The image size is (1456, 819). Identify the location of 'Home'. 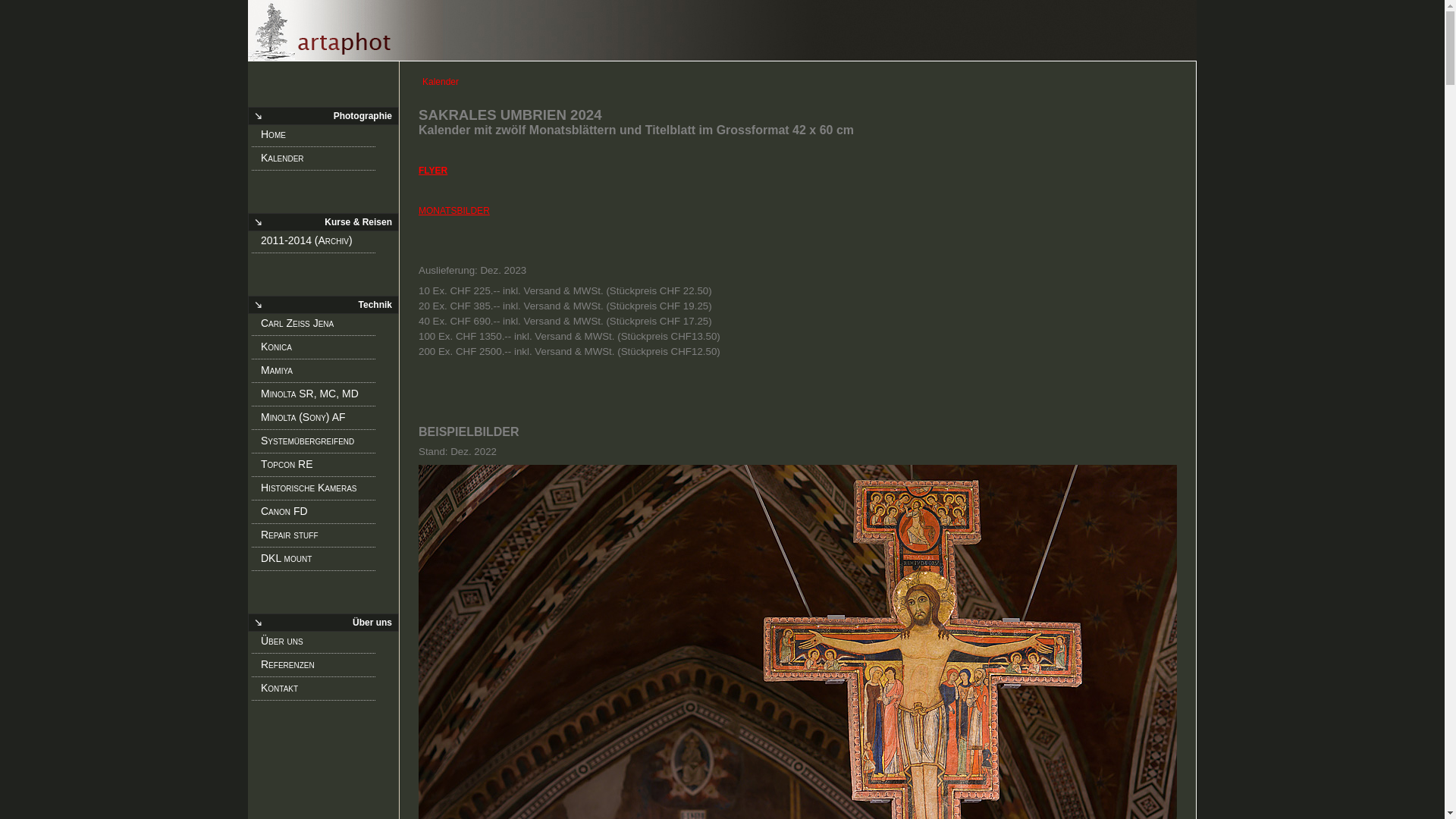
(261, 137).